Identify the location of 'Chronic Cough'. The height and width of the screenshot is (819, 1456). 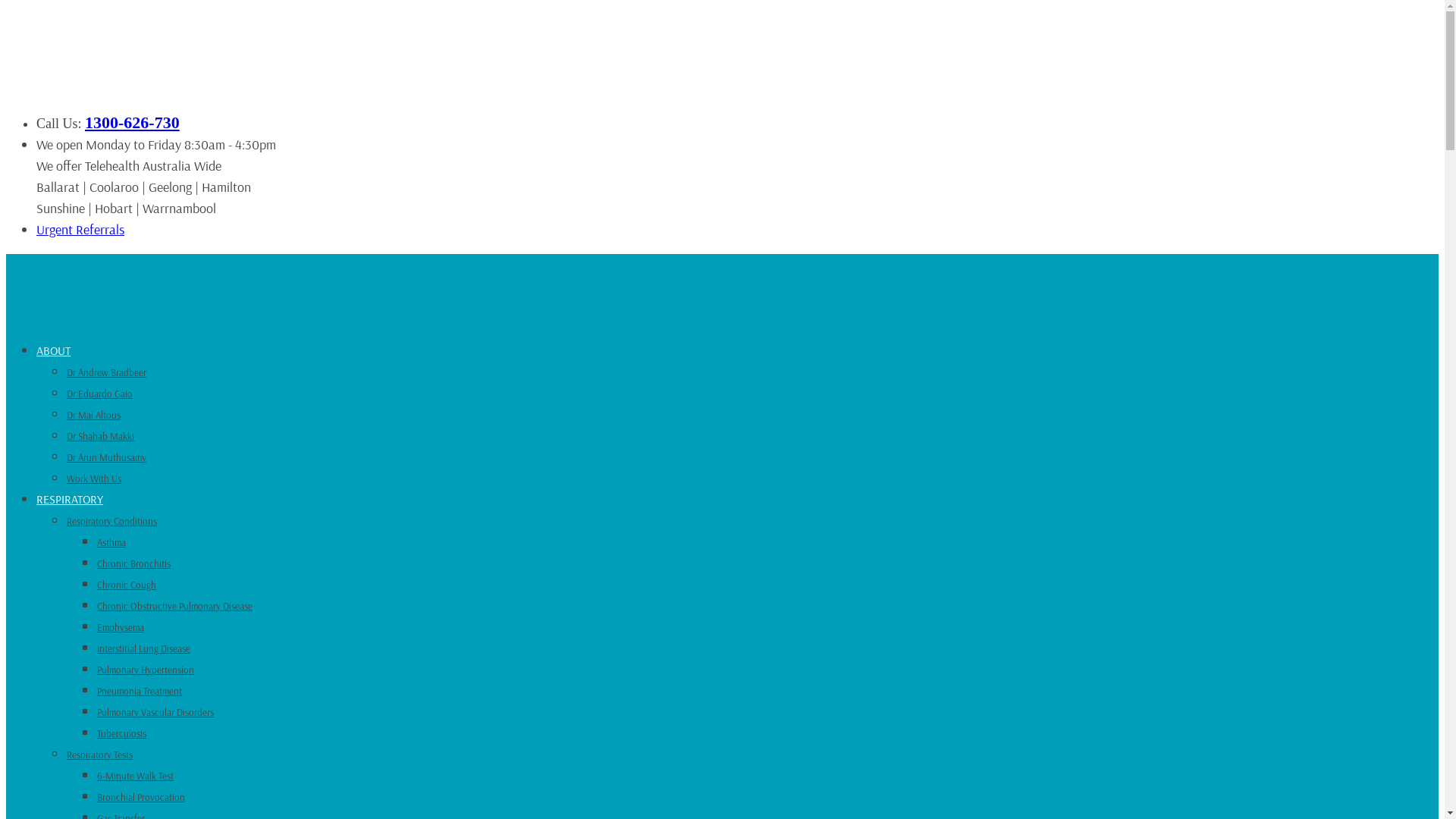
(127, 584).